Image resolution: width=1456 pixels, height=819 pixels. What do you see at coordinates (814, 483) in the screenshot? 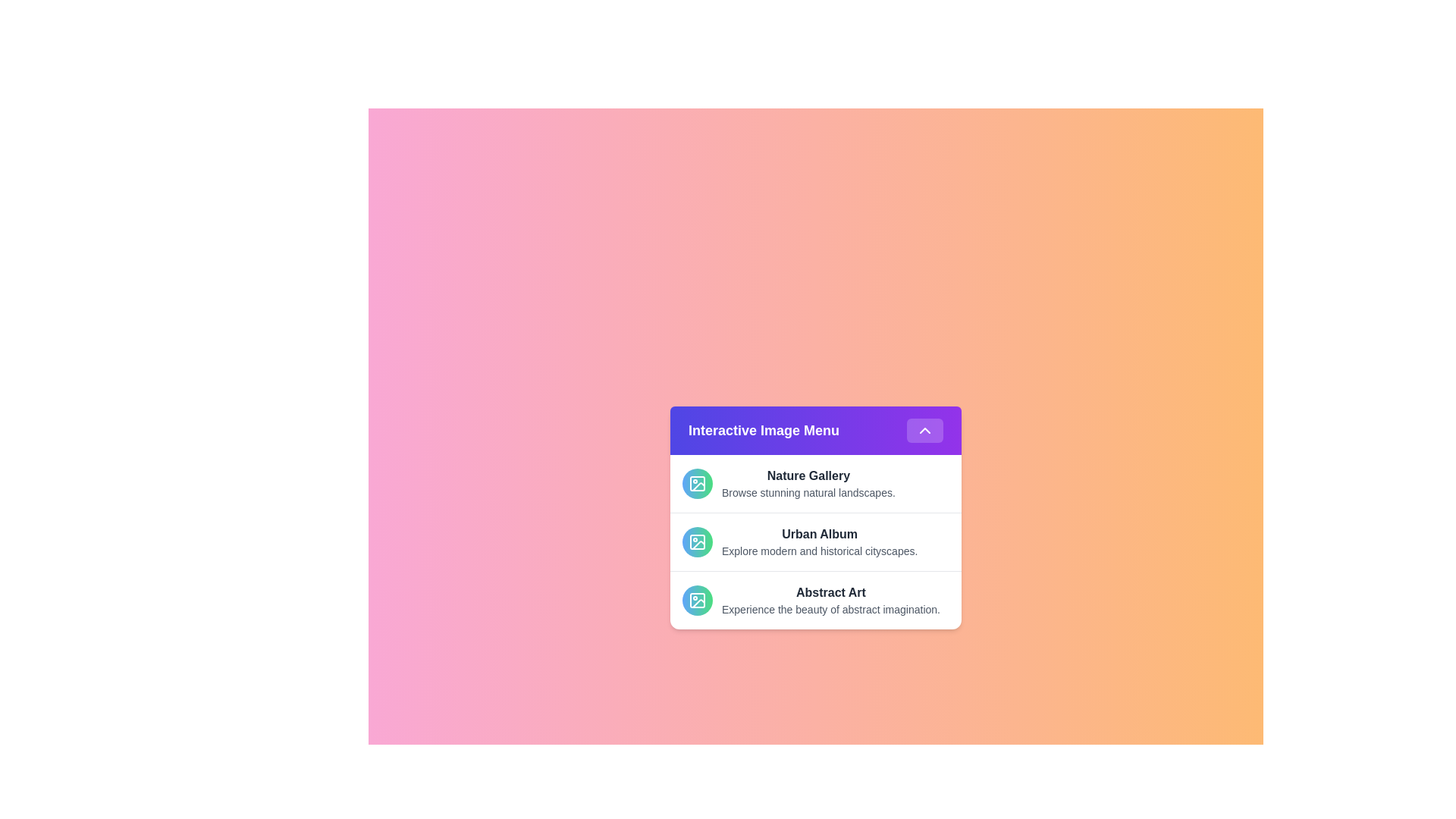
I see `the menu item Nature Gallery by clicking on it` at bounding box center [814, 483].